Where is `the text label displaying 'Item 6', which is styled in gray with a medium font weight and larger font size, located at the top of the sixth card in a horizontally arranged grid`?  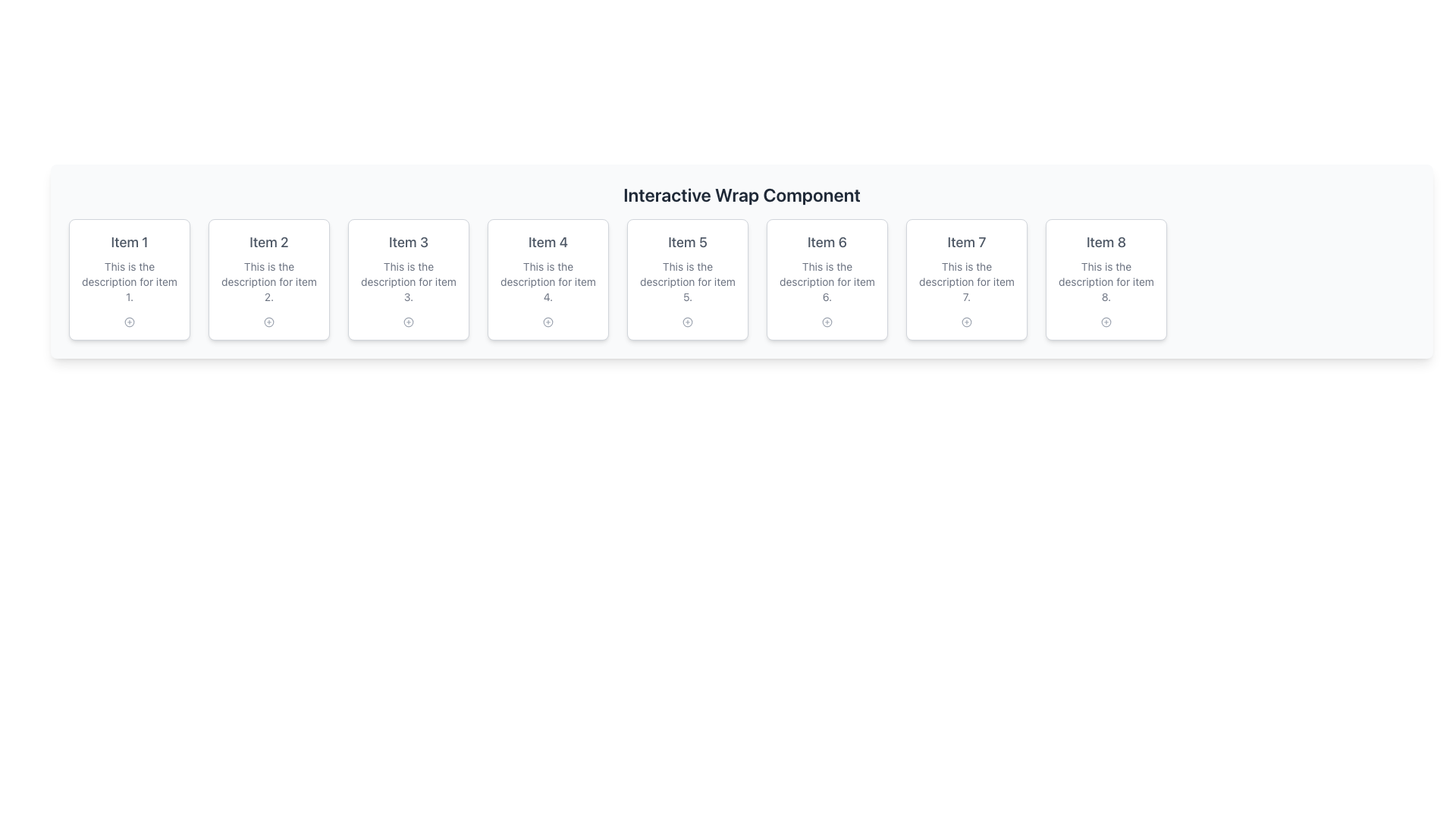 the text label displaying 'Item 6', which is styled in gray with a medium font weight and larger font size, located at the top of the sixth card in a horizontally arranged grid is located at coordinates (826, 242).